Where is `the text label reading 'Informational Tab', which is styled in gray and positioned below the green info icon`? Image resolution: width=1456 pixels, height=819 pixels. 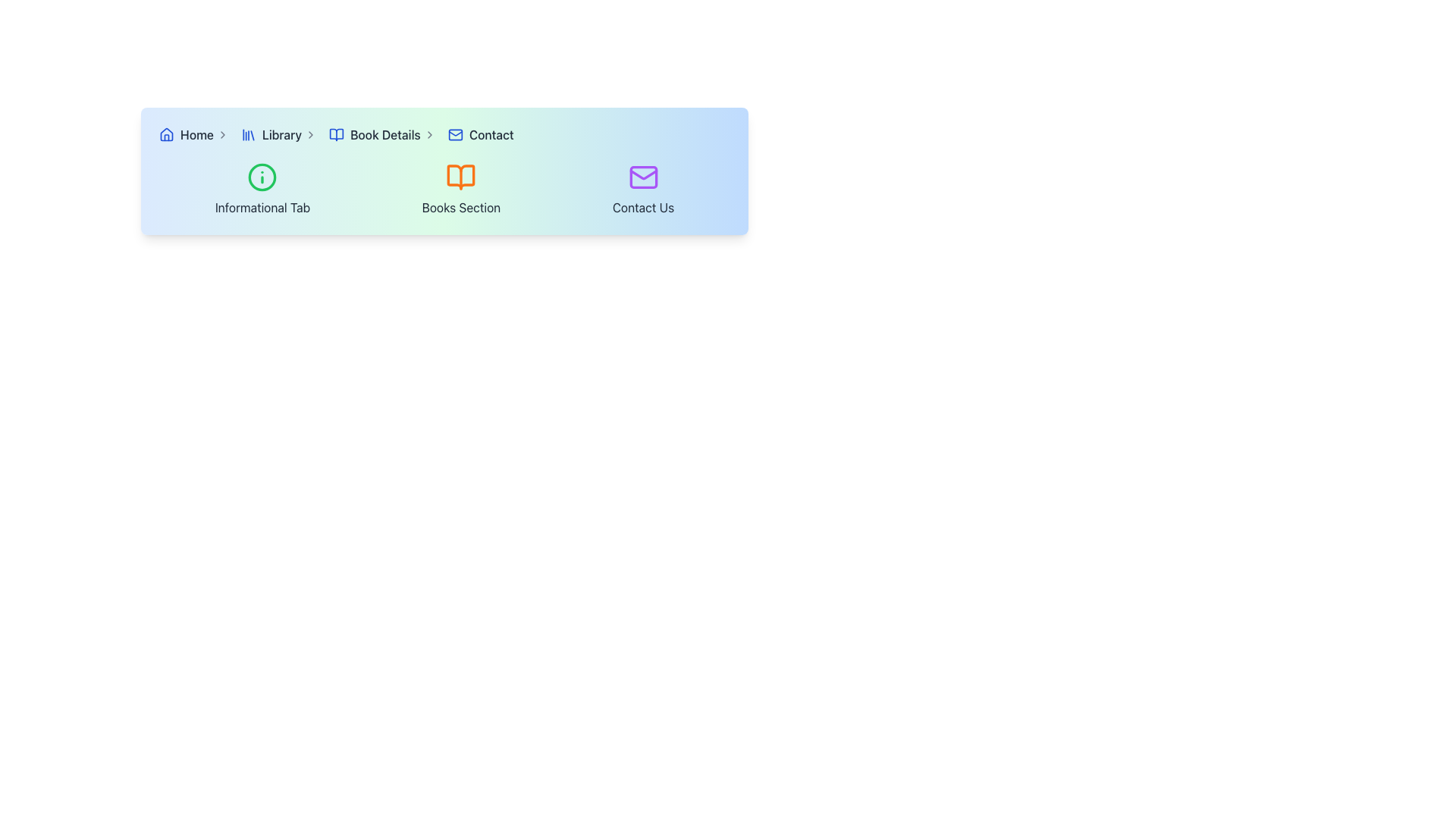 the text label reading 'Informational Tab', which is styled in gray and positioned below the green info icon is located at coordinates (262, 207).